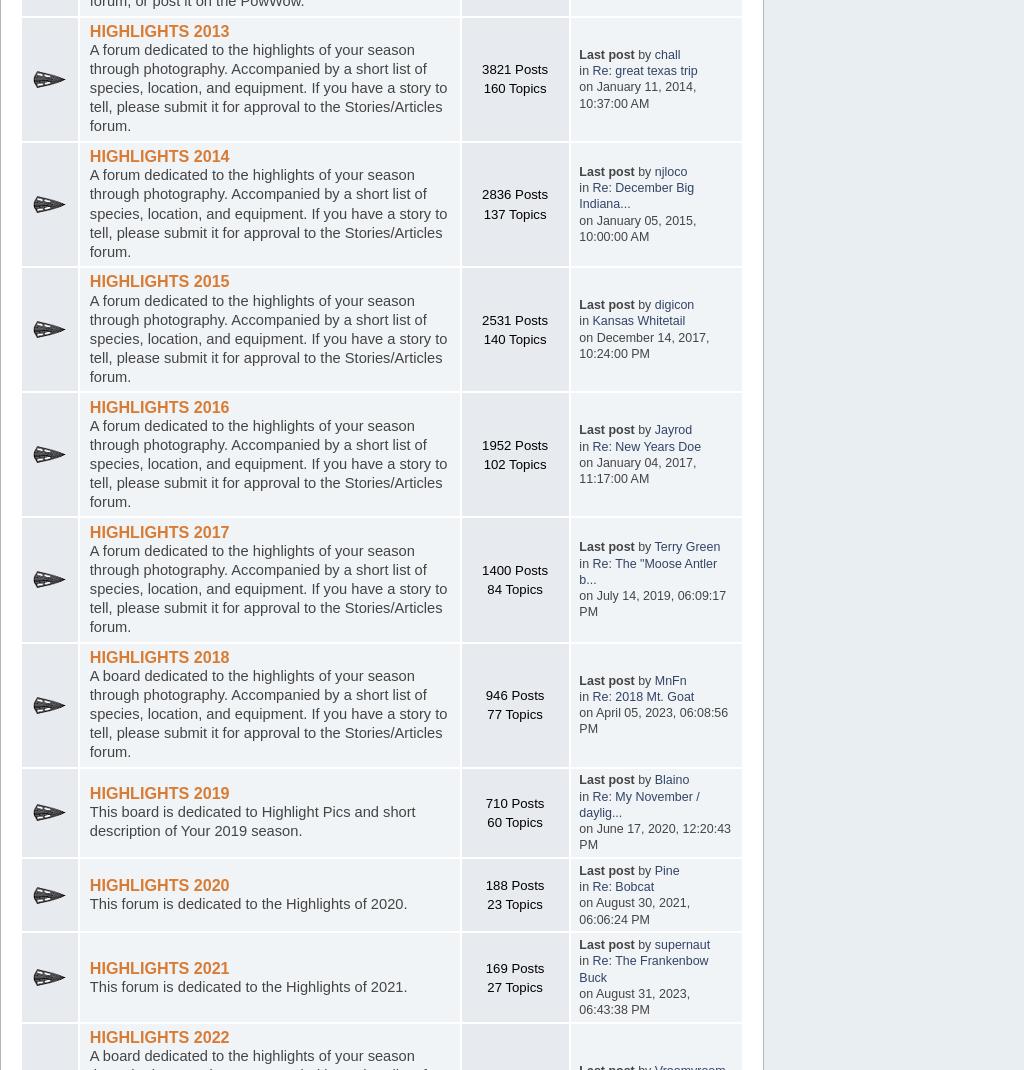  What do you see at coordinates (642, 967) in the screenshot?
I see `'Re: The Frankenbow Buck'` at bounding box center [642, 967].